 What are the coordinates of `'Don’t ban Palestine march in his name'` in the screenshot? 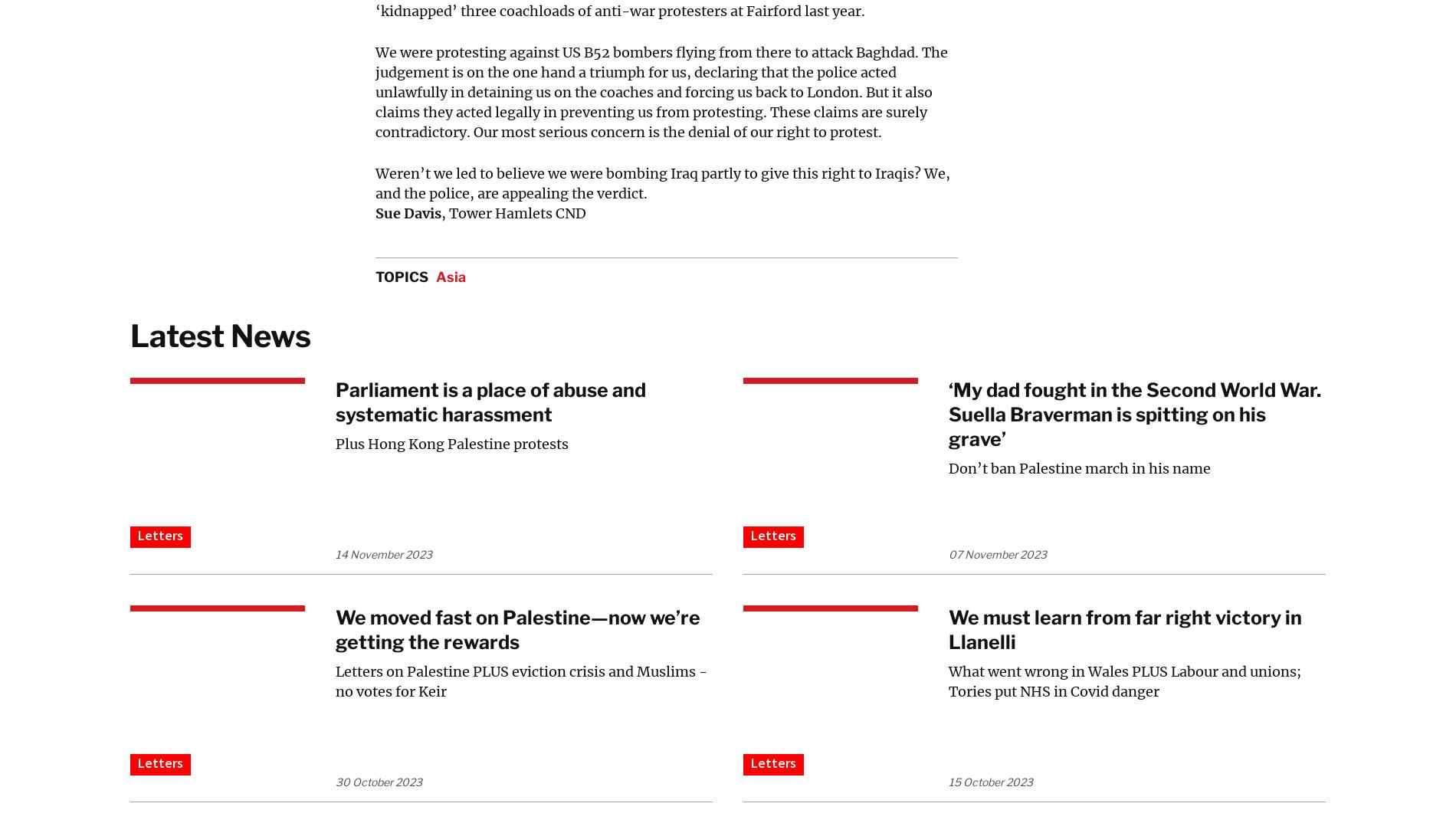 It's located at (1079, 468).